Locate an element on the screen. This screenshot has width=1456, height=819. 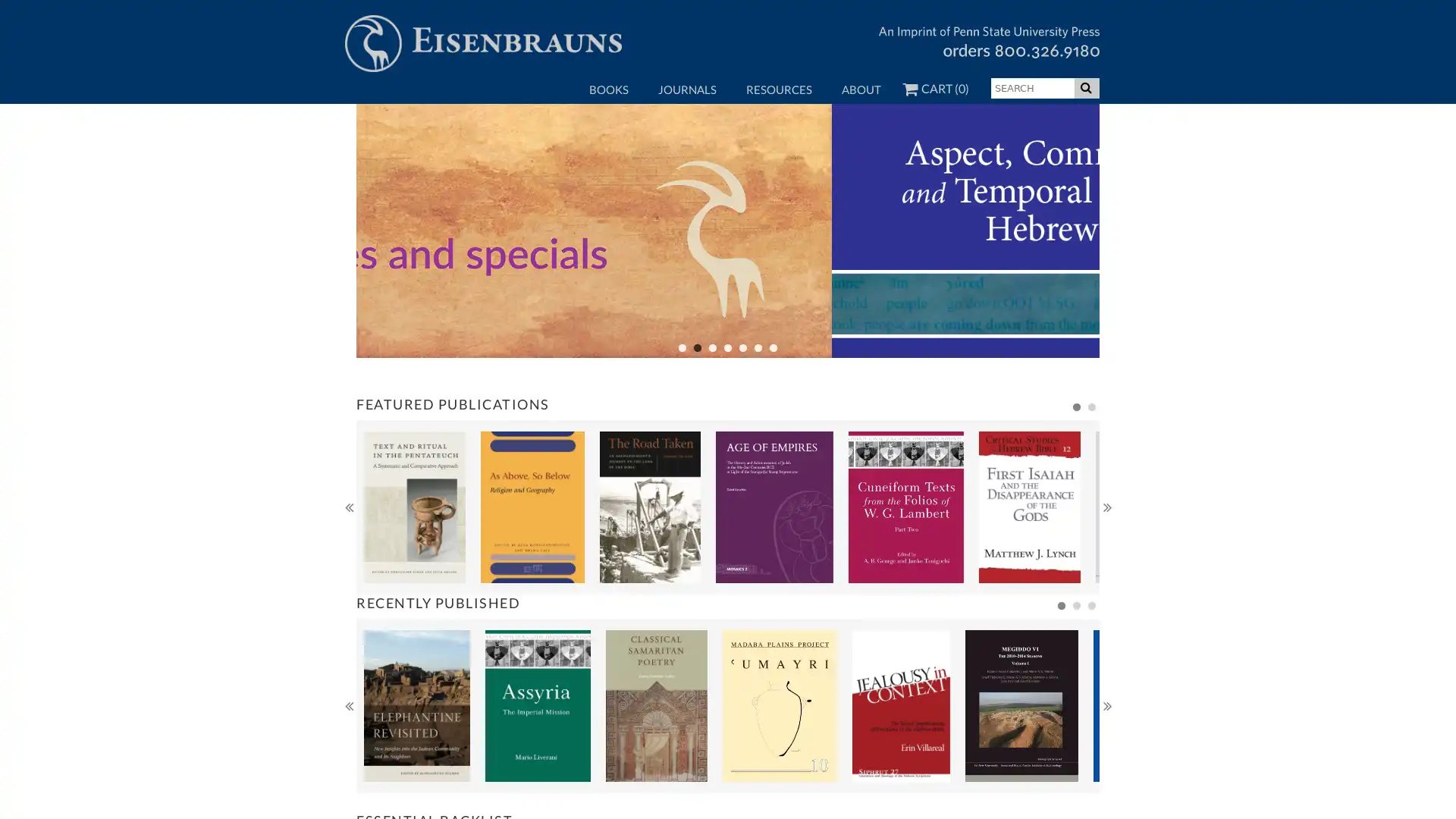
1 is located at coordinates (1061, 663).